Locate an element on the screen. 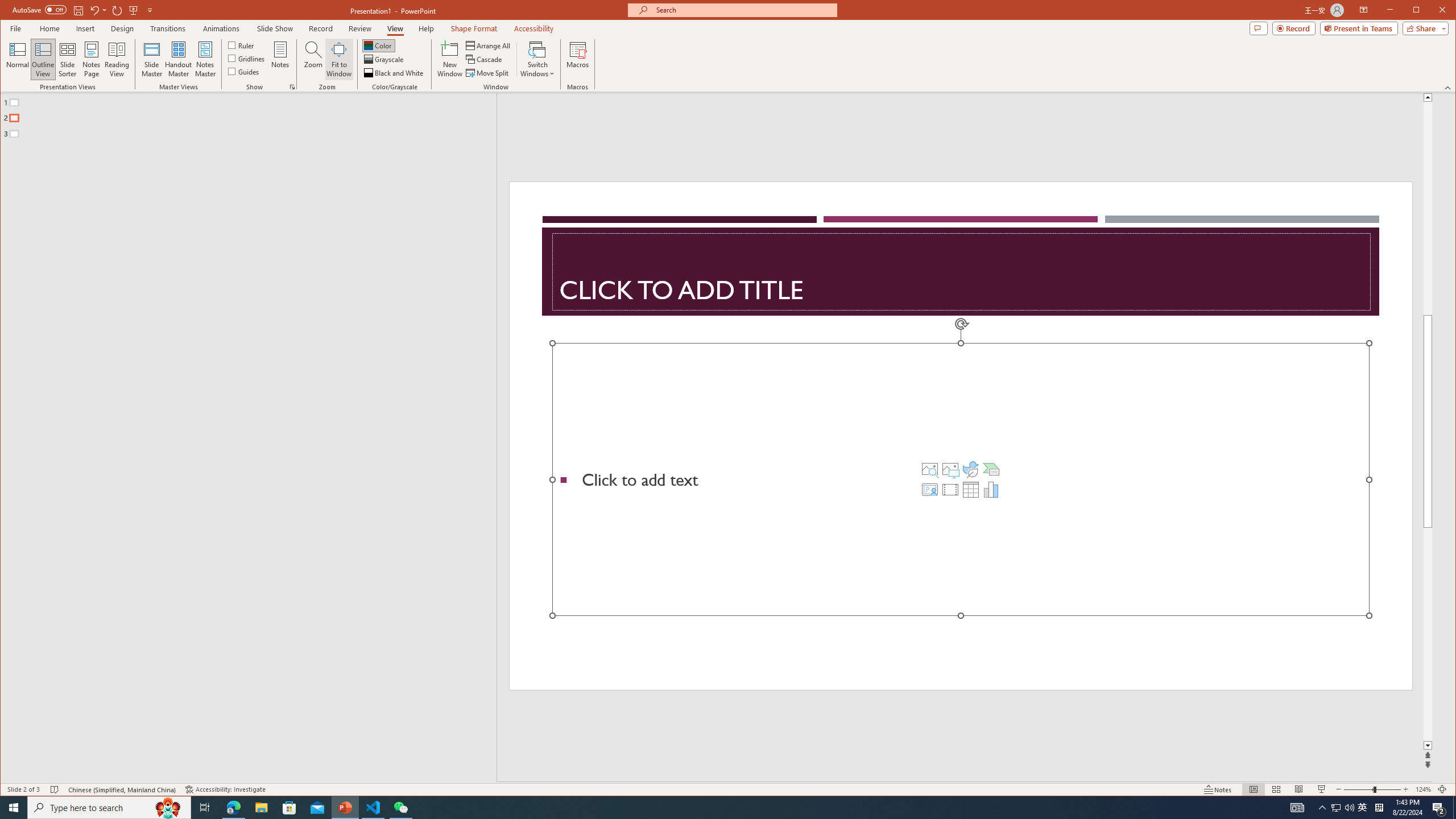  'Guides' is located at coordinates (243, 71).